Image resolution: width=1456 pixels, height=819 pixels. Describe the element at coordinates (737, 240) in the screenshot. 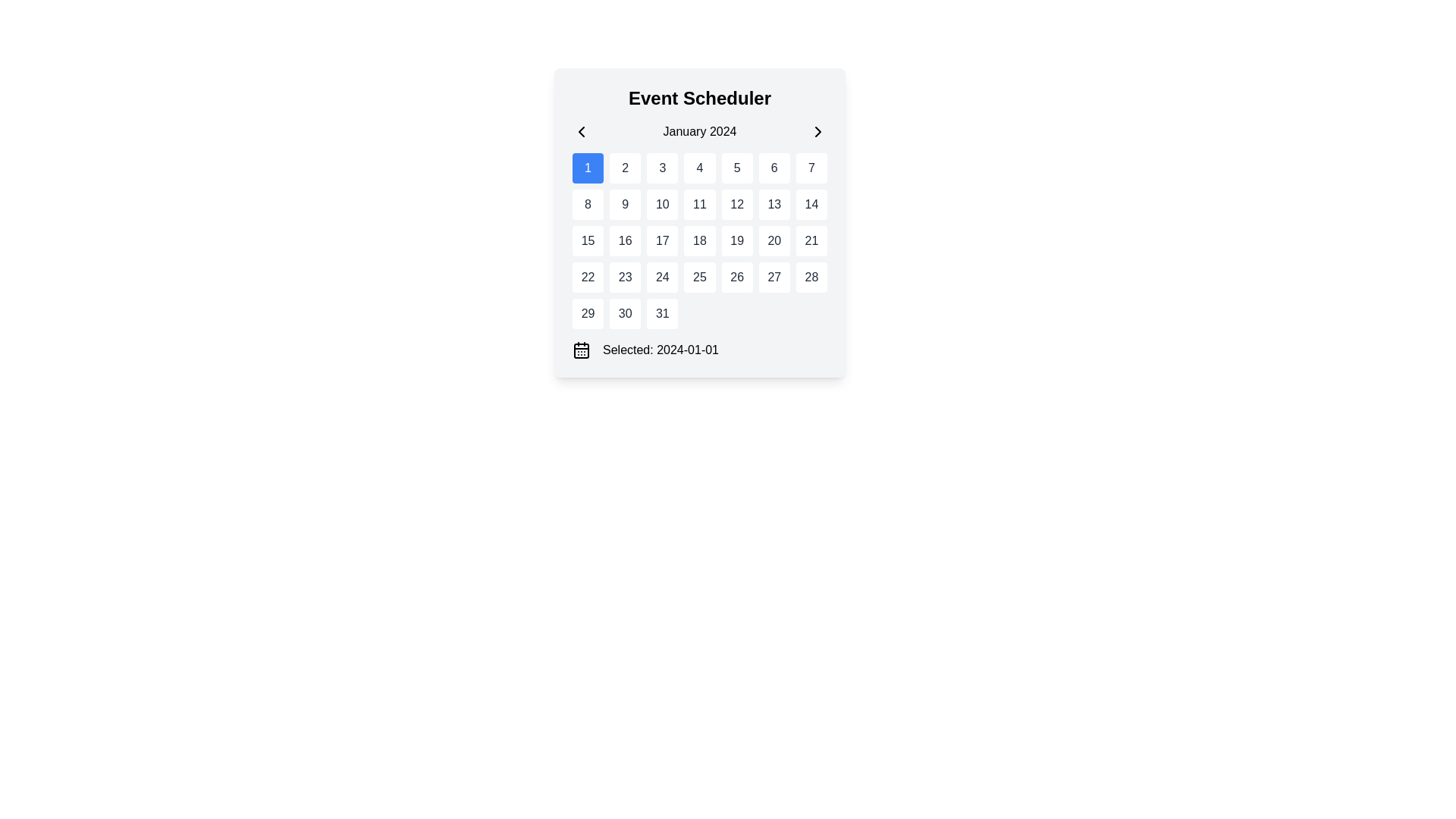

I see `the Button-like date selector displaying '19' in the calendar grid of the 'Event Scheduler' section` at that location.